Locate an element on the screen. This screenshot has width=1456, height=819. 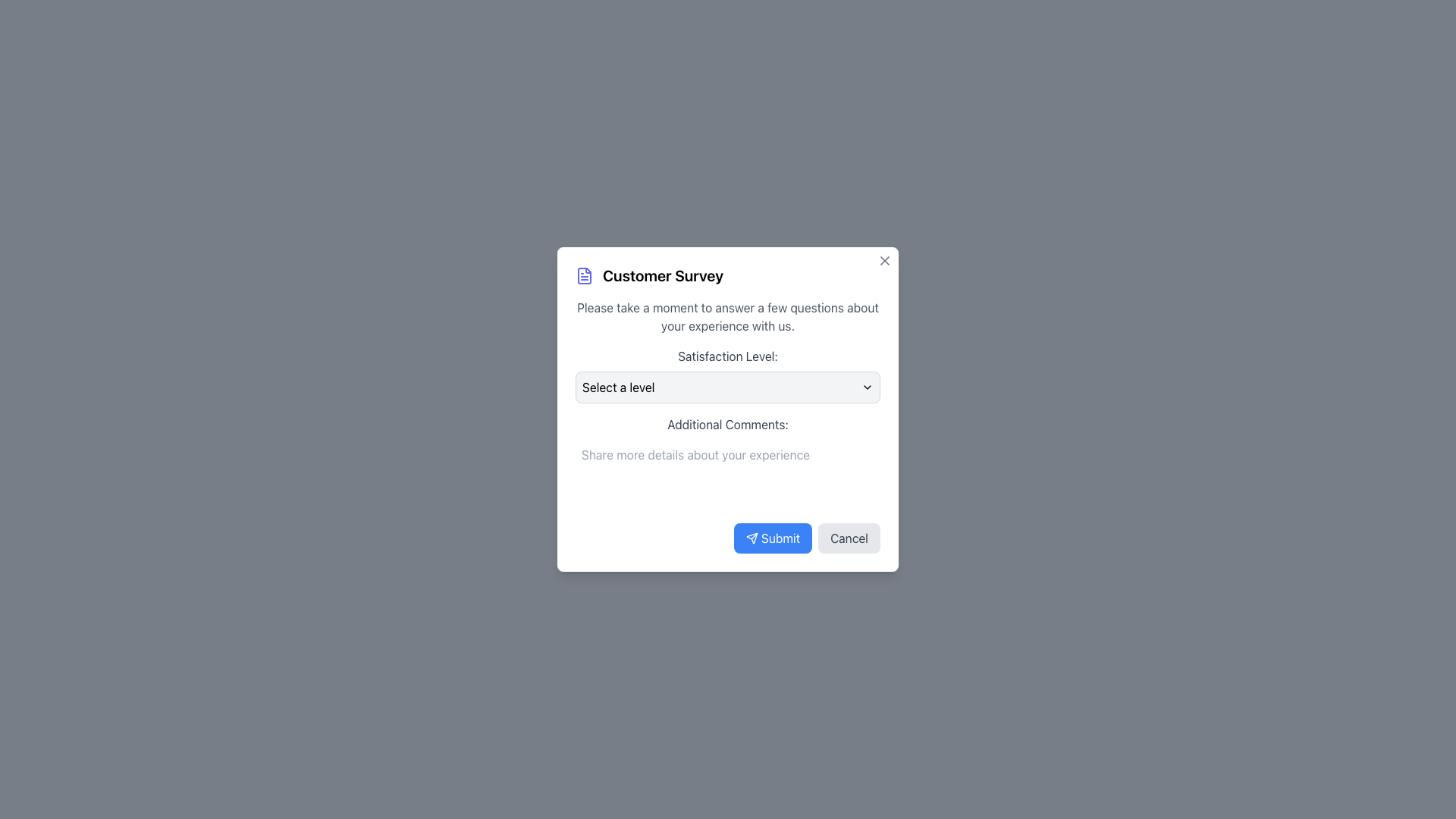
text header labeled 'Customer Survey' which is styled in bold and large font, located near the top of the dialog box and aligned leftward next to a small indigo file icon is located at coordinates (663, 275).